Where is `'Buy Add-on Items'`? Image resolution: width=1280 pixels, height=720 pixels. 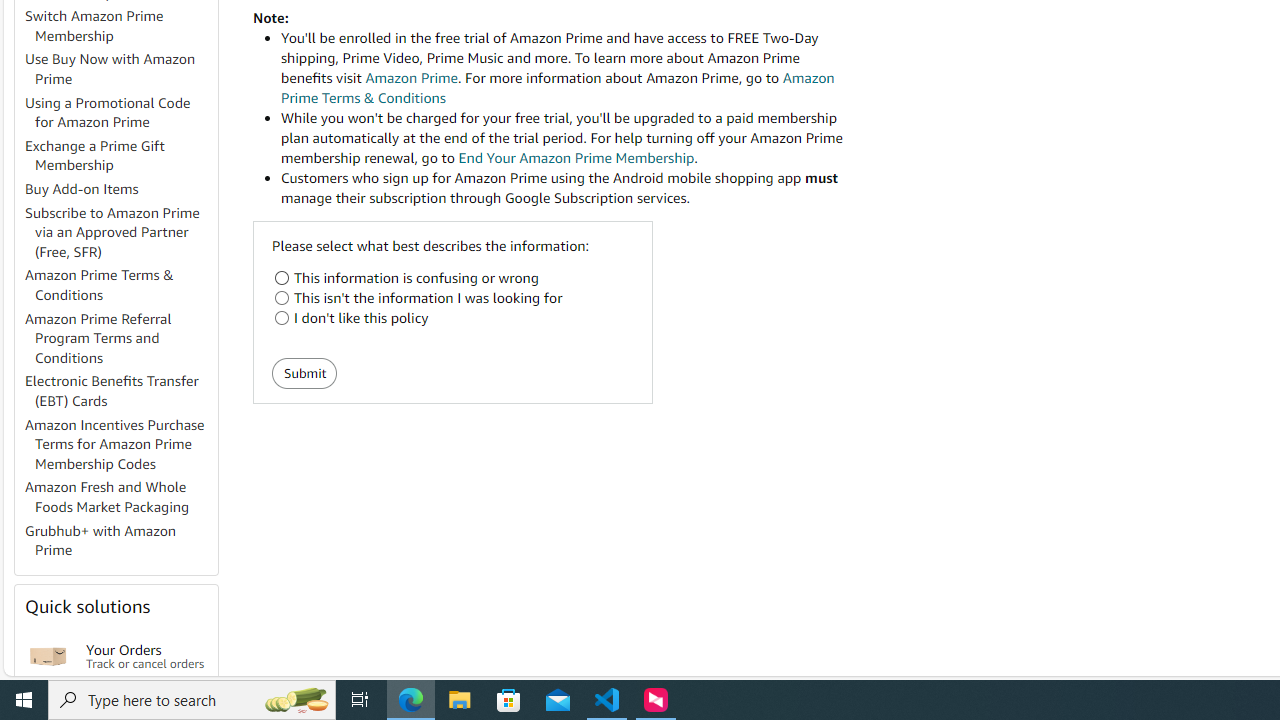 'Buy Add-on Items' is located at coordinates (119, 190).